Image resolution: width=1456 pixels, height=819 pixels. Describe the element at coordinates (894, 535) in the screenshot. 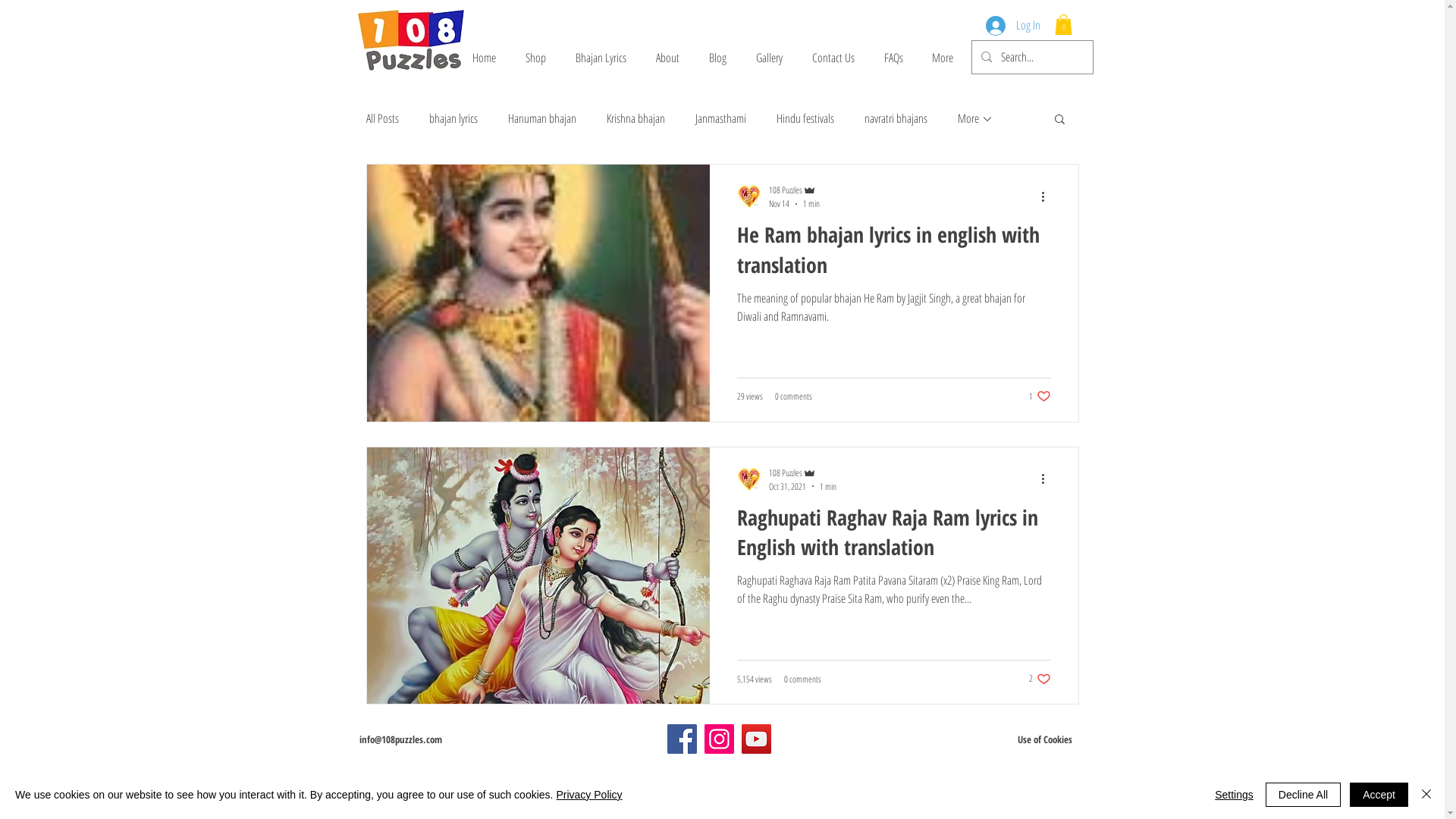

I see `'Raghupati Raghav Raja Ram lyrics in English with translation'` at that location.